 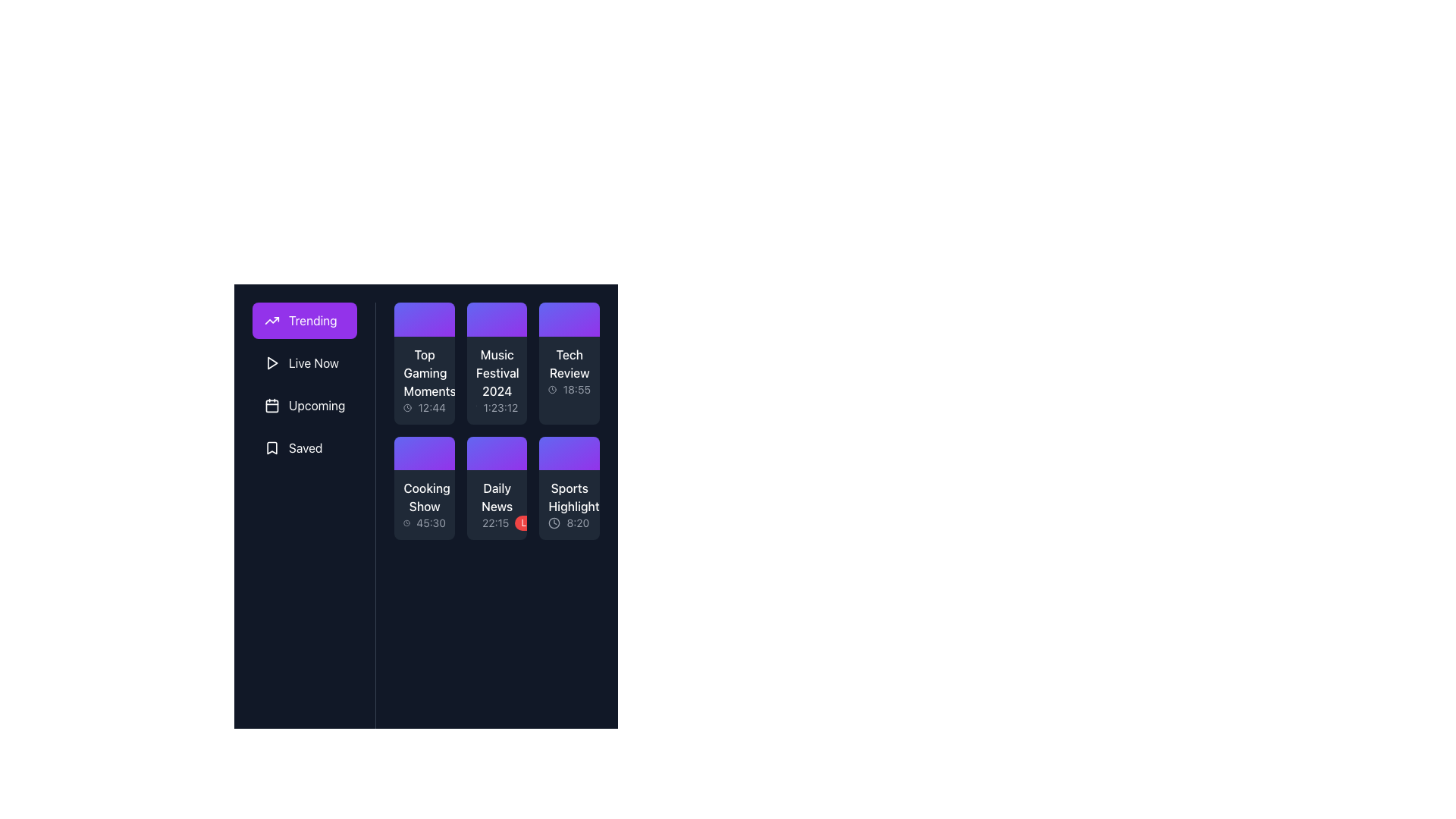 What do you see at coordinates (304, 362) in the screenshot?
I see `the navigation button located directly below the 'Trending' button and above the 'Upcoming' button` at bounding box center [304, 362].